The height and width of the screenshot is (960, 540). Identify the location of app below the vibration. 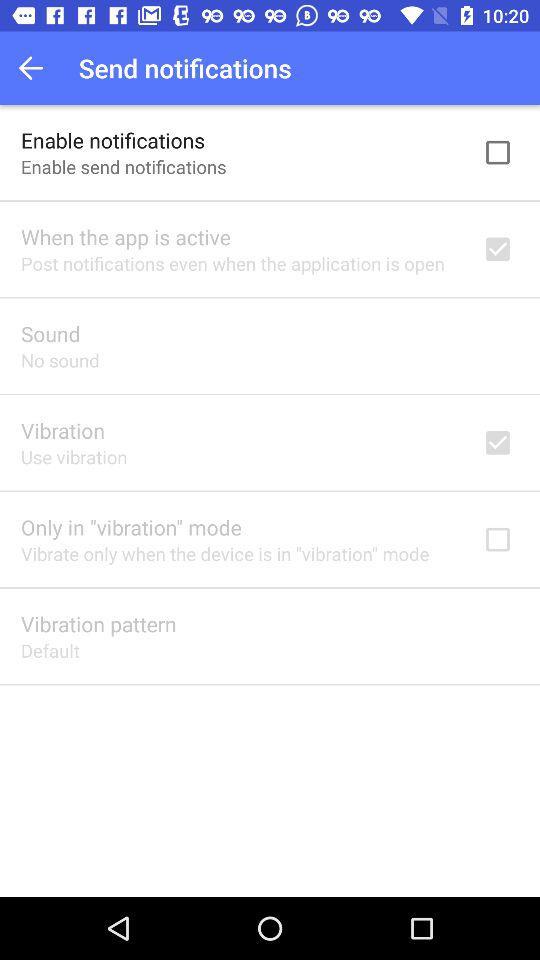
(73, 457).